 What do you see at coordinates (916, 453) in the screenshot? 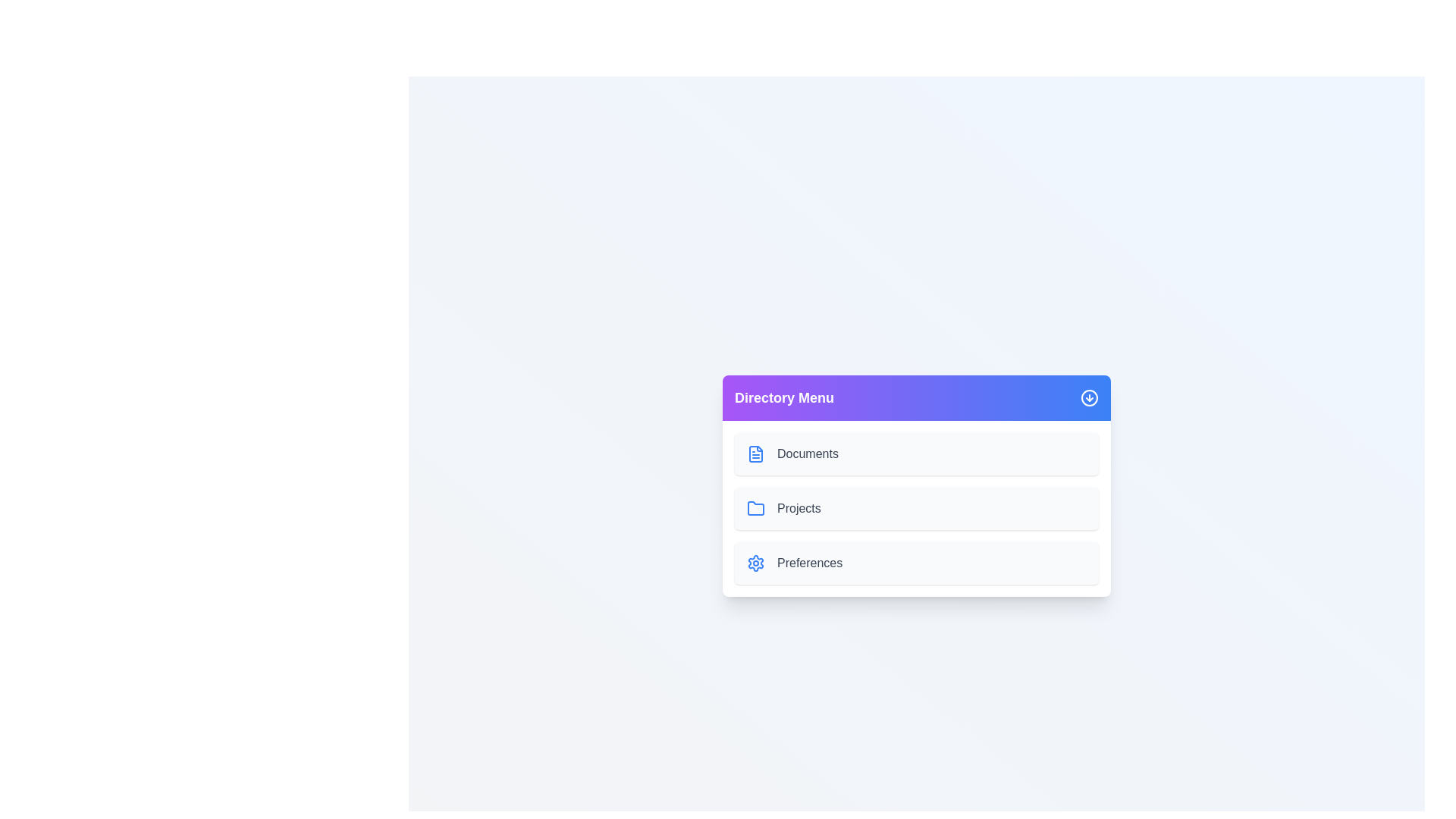
I see `the 'Documents' item in the directory menu` at bounding box center [916, 453].